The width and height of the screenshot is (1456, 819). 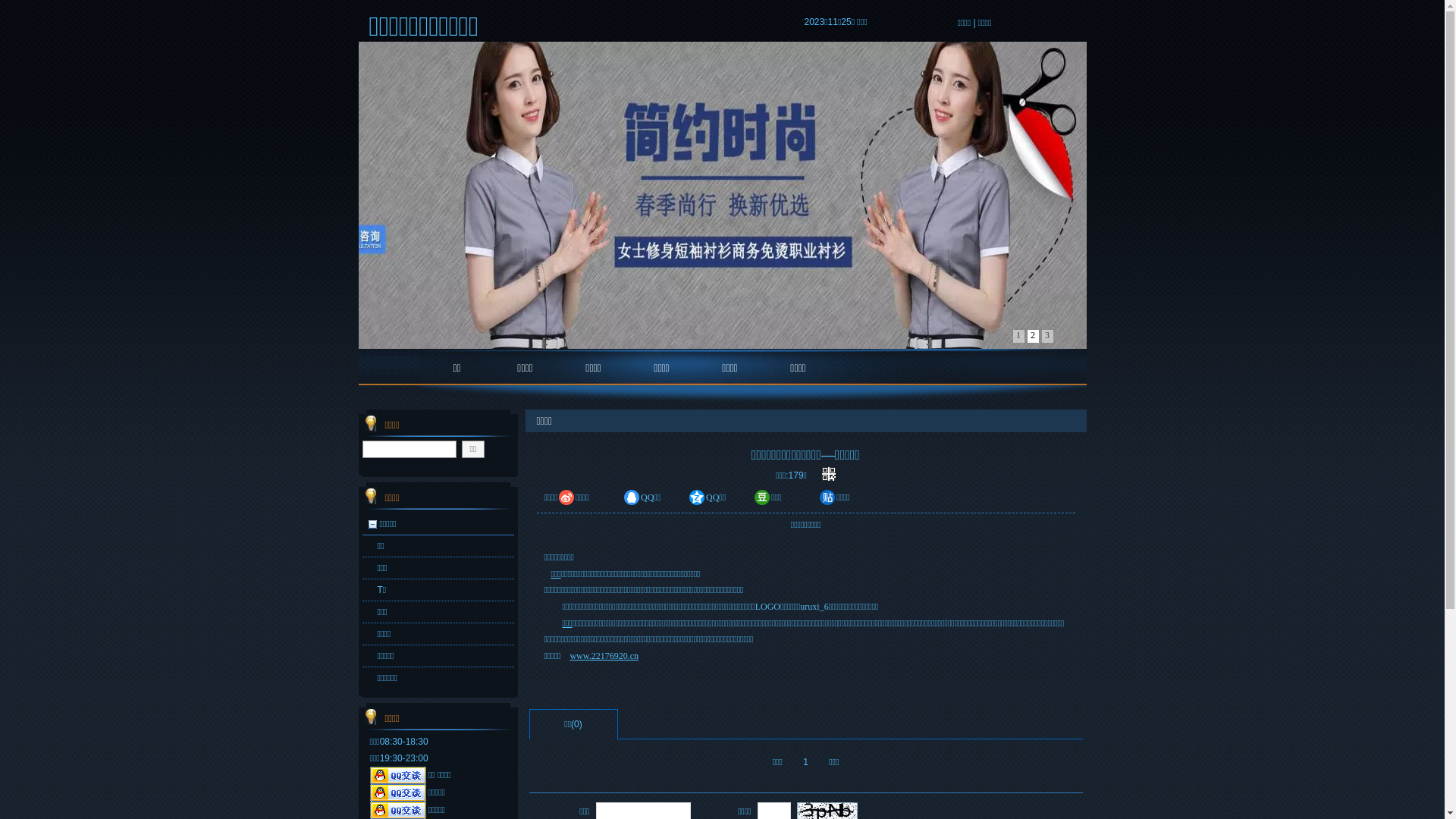 I want to click on 'www.22176920.cn', so click(x=568, y=654).